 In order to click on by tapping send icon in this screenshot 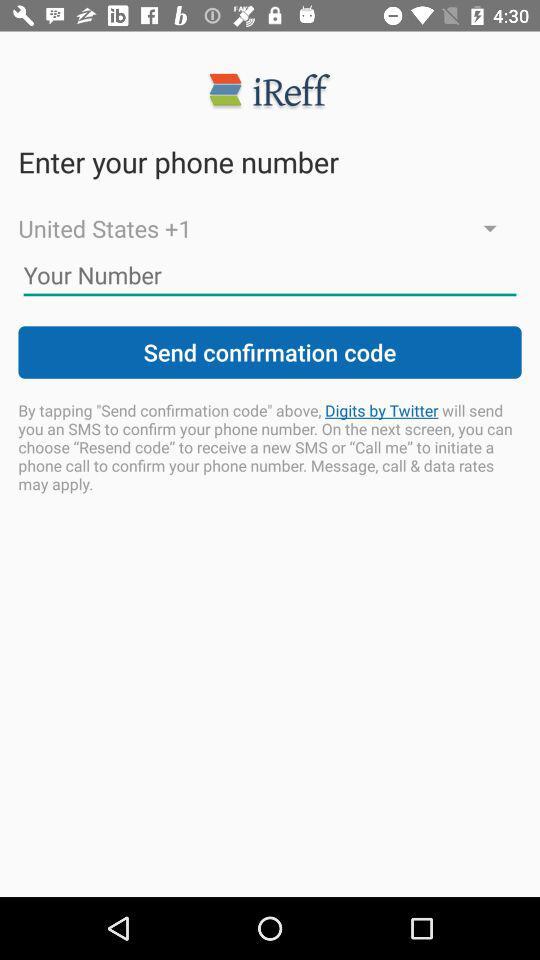, I will do `click(270, 447)`.